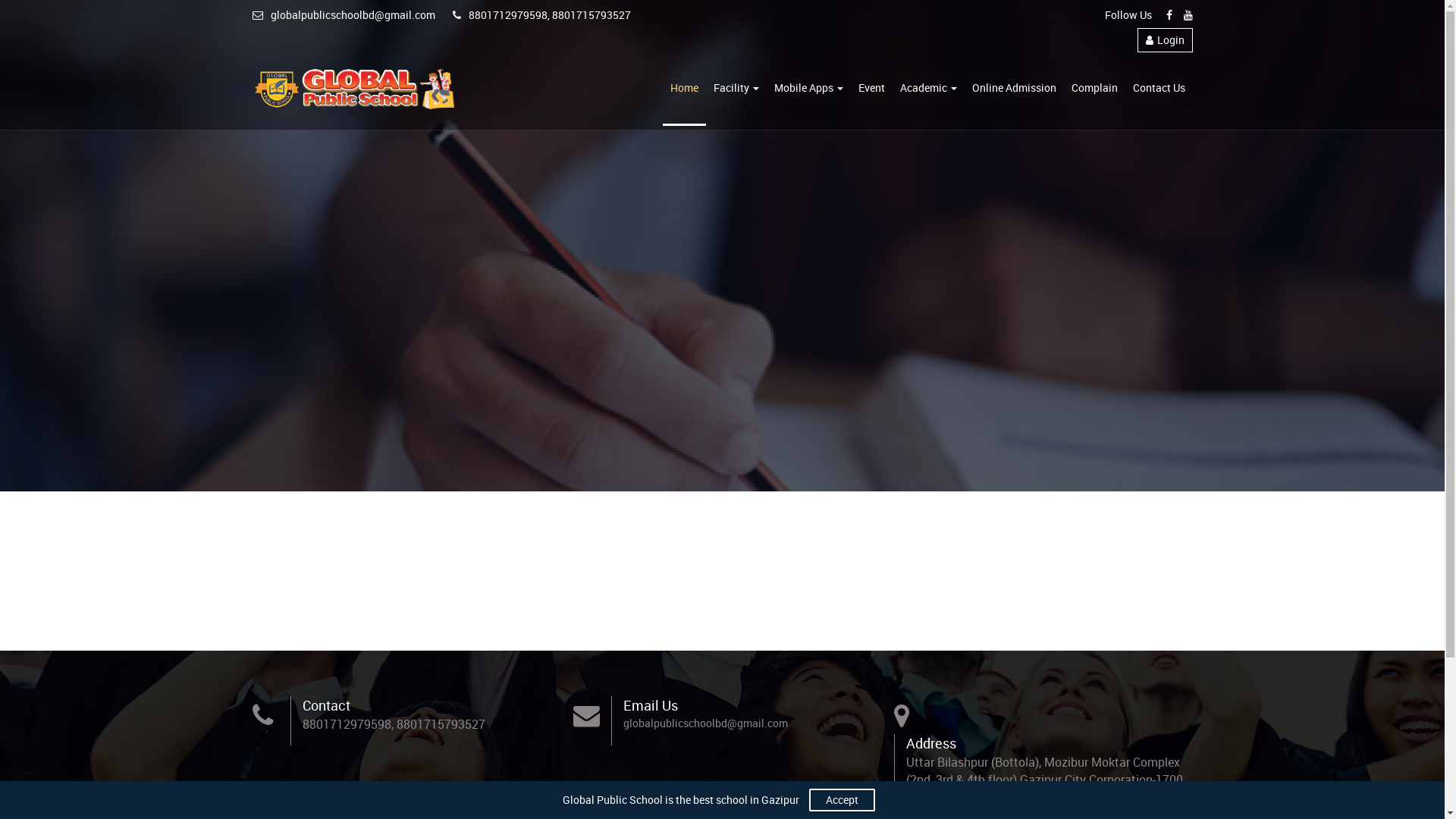 Image resolution: width=1456 pixels, height=819 pixels. I want to click on 'globalpublicschoolbd@gmail.com', so click(342, 14).